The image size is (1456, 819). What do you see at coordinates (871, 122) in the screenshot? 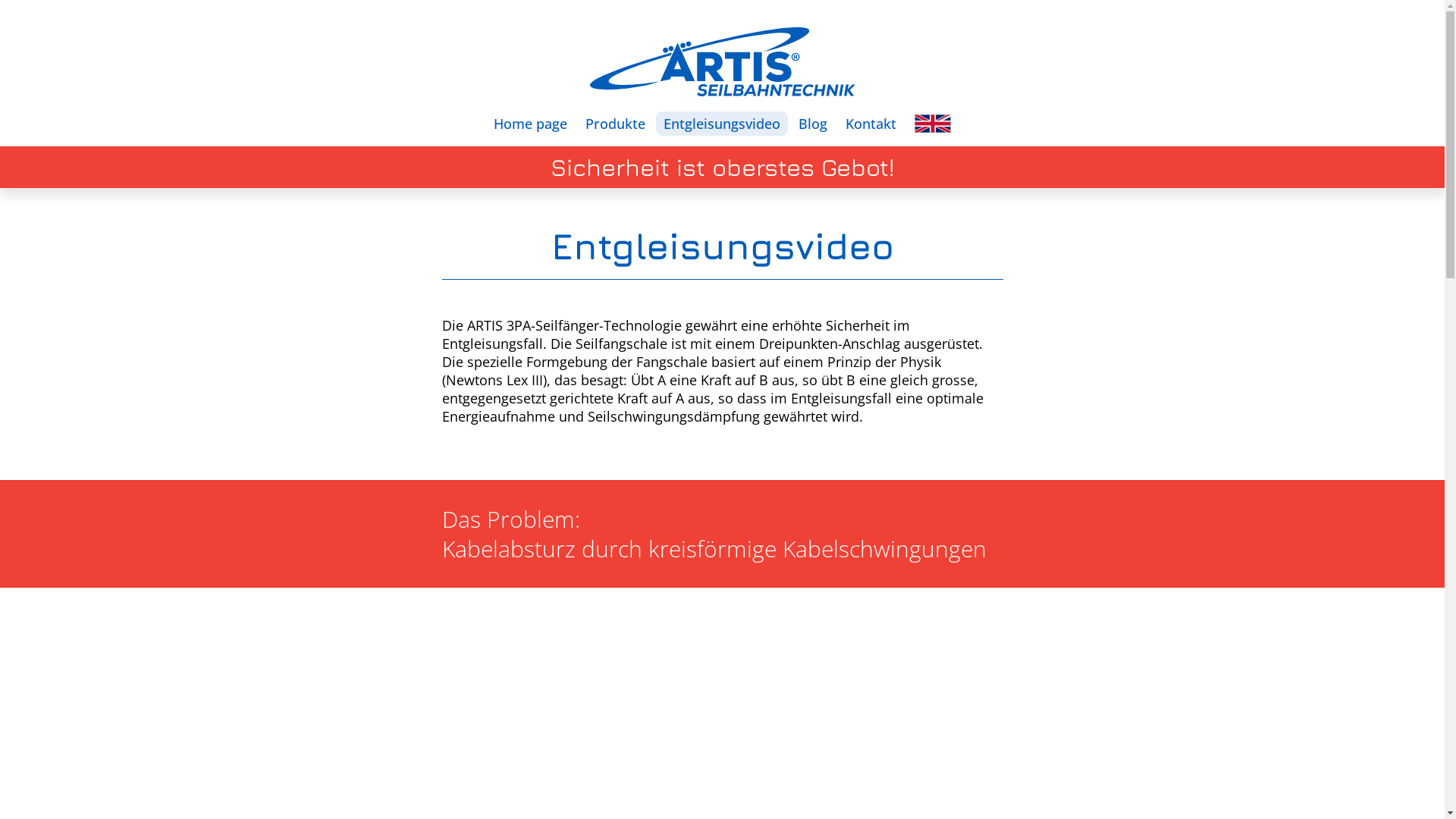
I see `'Kontakt'` at bounding box center [871, 122].